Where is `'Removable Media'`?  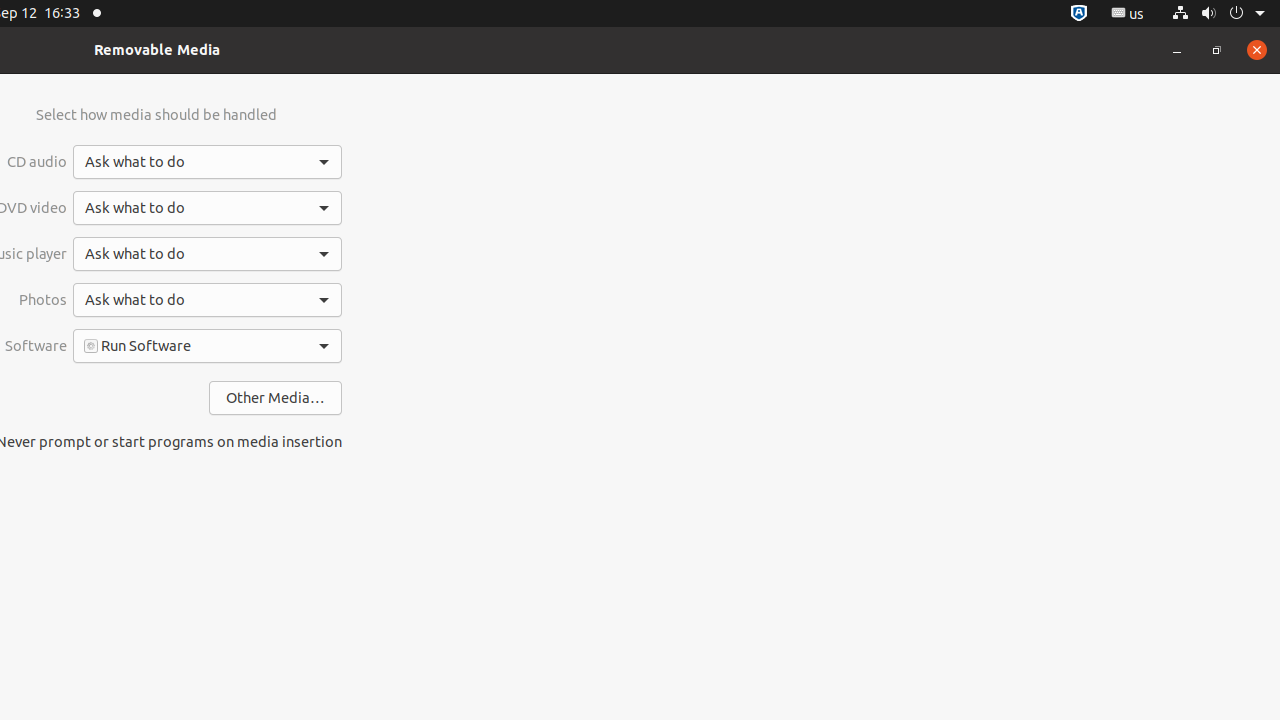 'Removable Media' is located at coordinates (156, 48).